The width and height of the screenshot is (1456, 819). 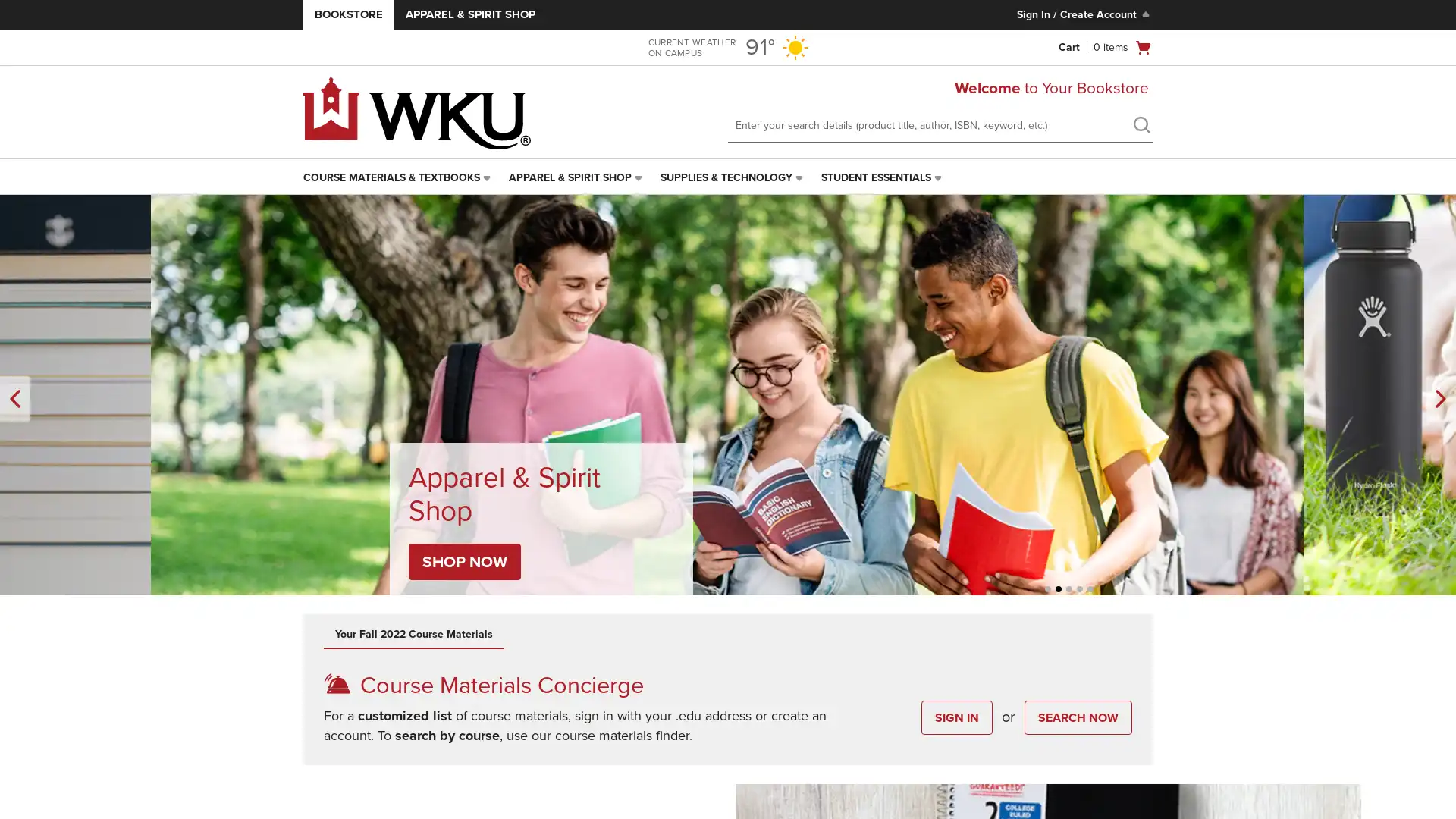 What do you see at coordinates (956, 717) in the screenshot?
I see `SIGN IN` at bounding box center [956, 717].